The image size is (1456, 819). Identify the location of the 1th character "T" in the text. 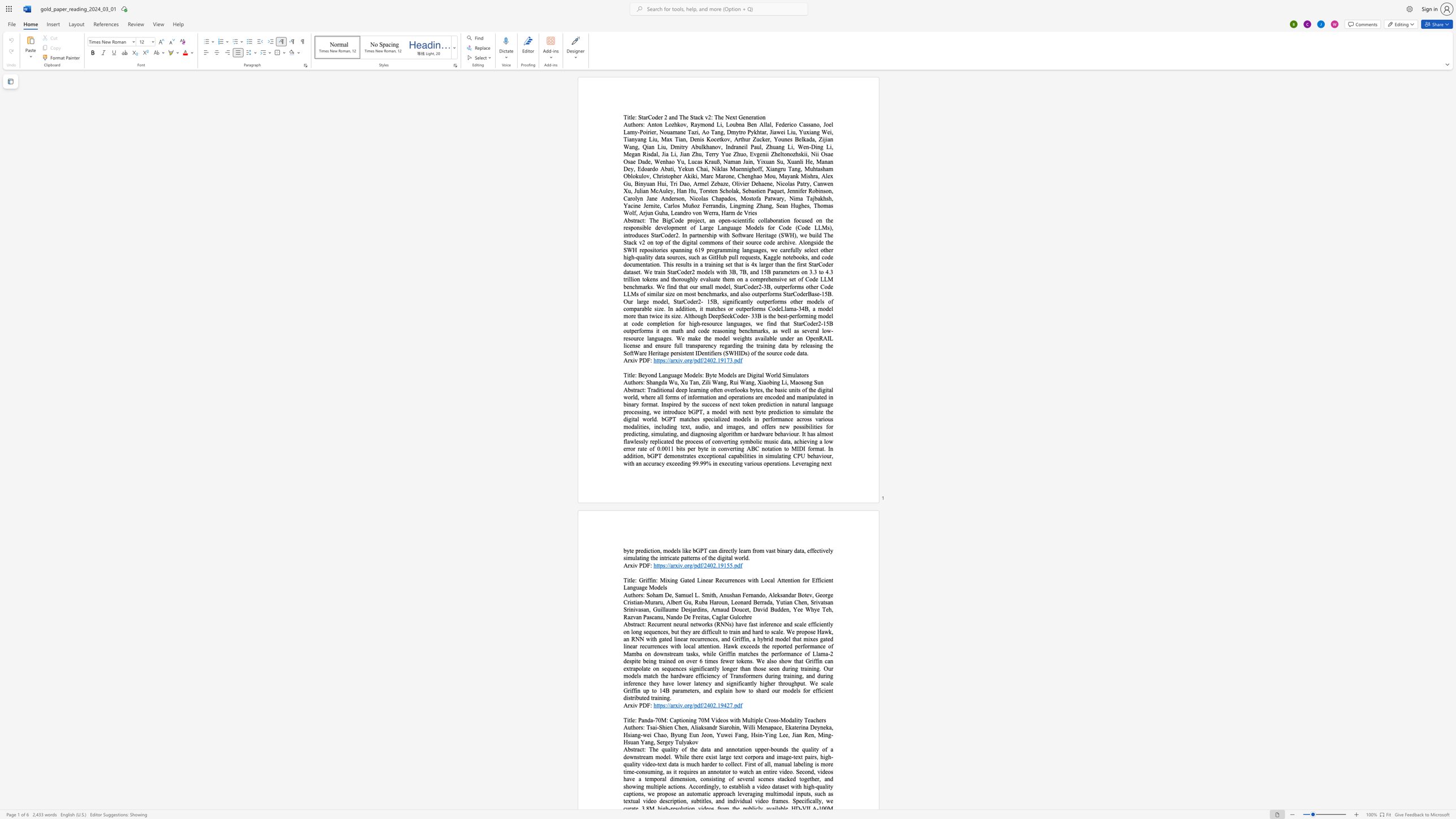
(806, 720).